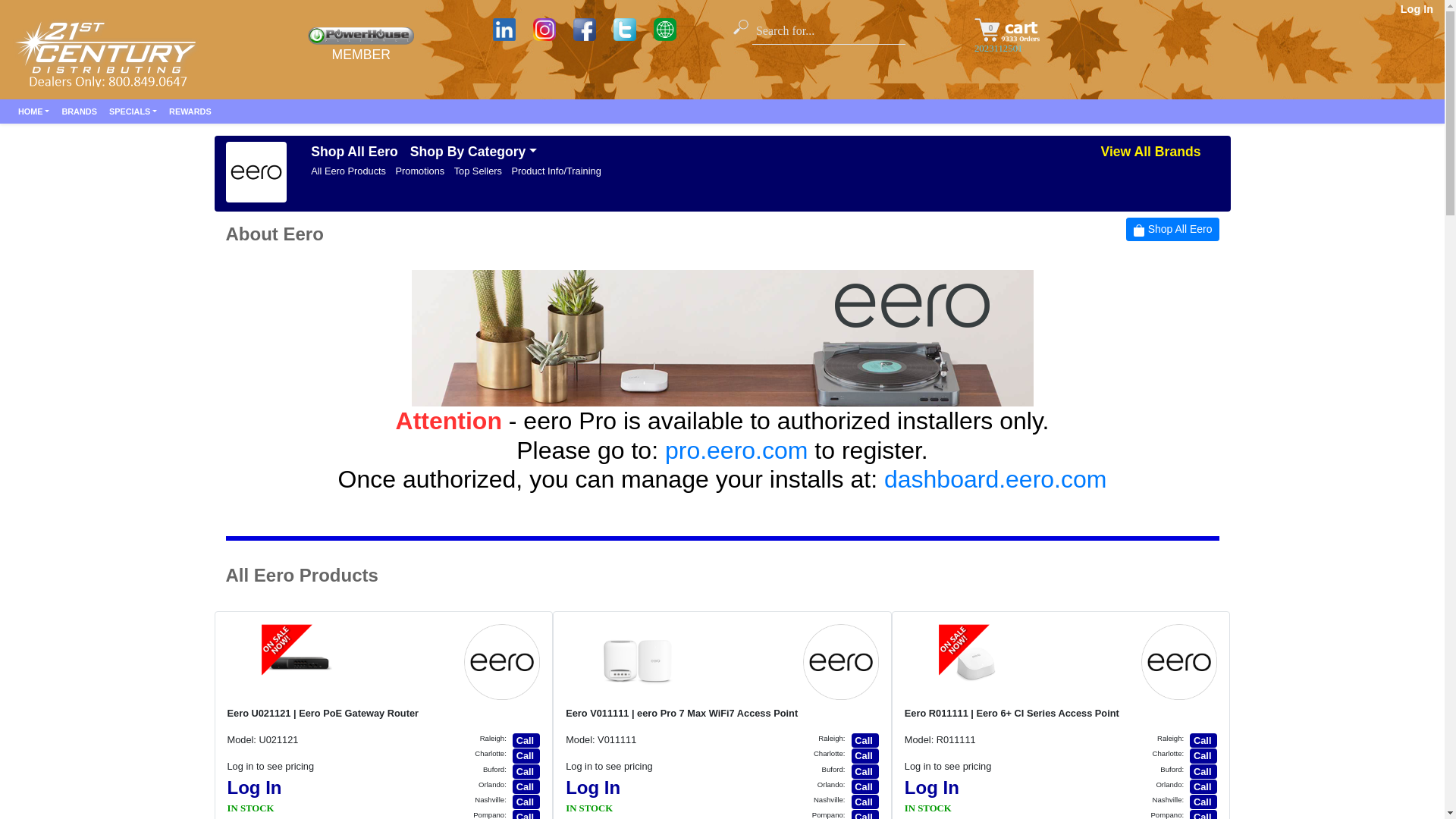 The width and height of the screenshot is (1456, 819). Describe the element at coordinates (78, 110) in the screenshot. I see `'BRANDS'` at that location.